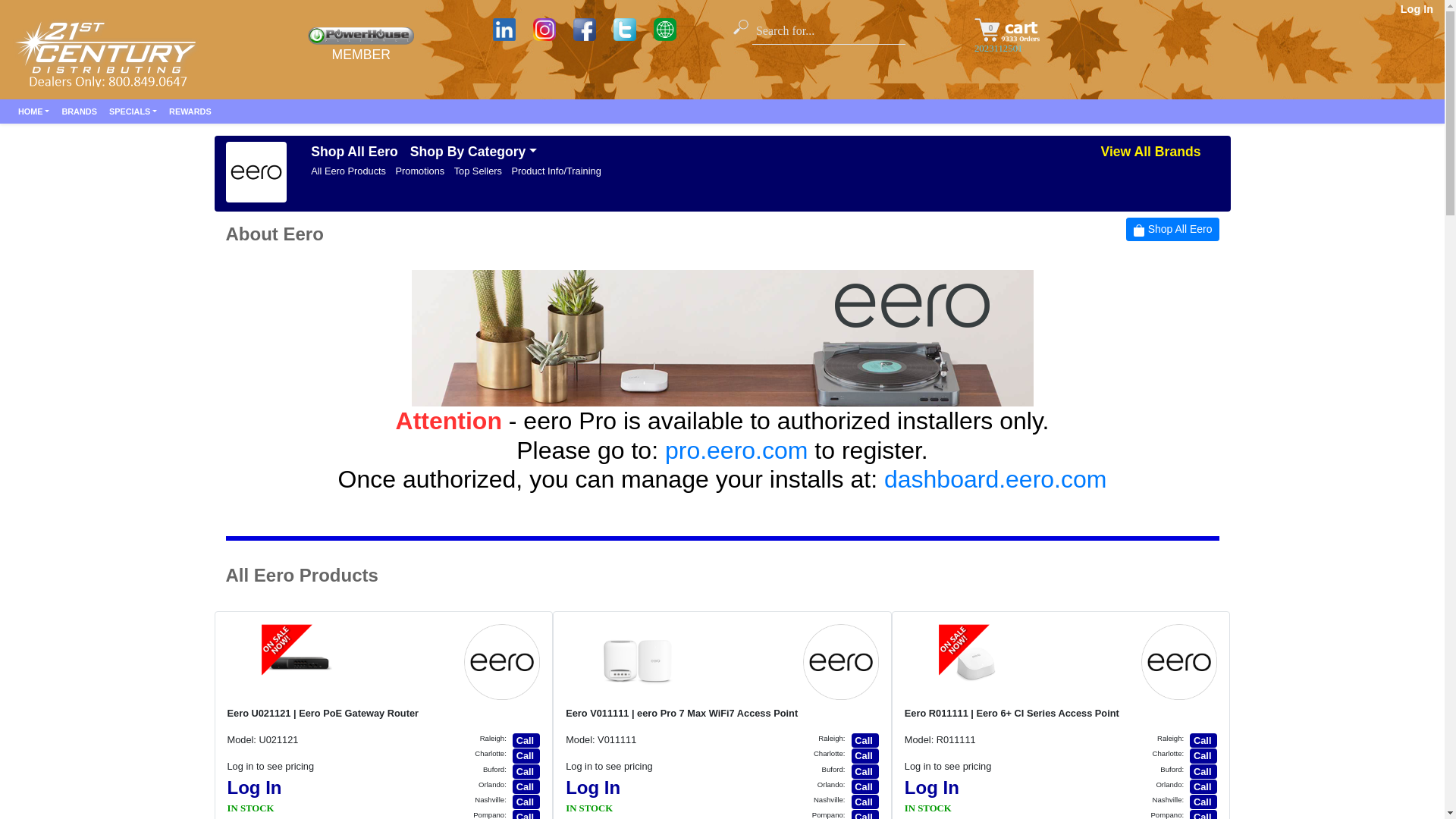 The width and height of the screenshot is (1456, 819). Describe the element at coordinates (78, 110) in the screenshot. I see `'BRANDS'` at that location.